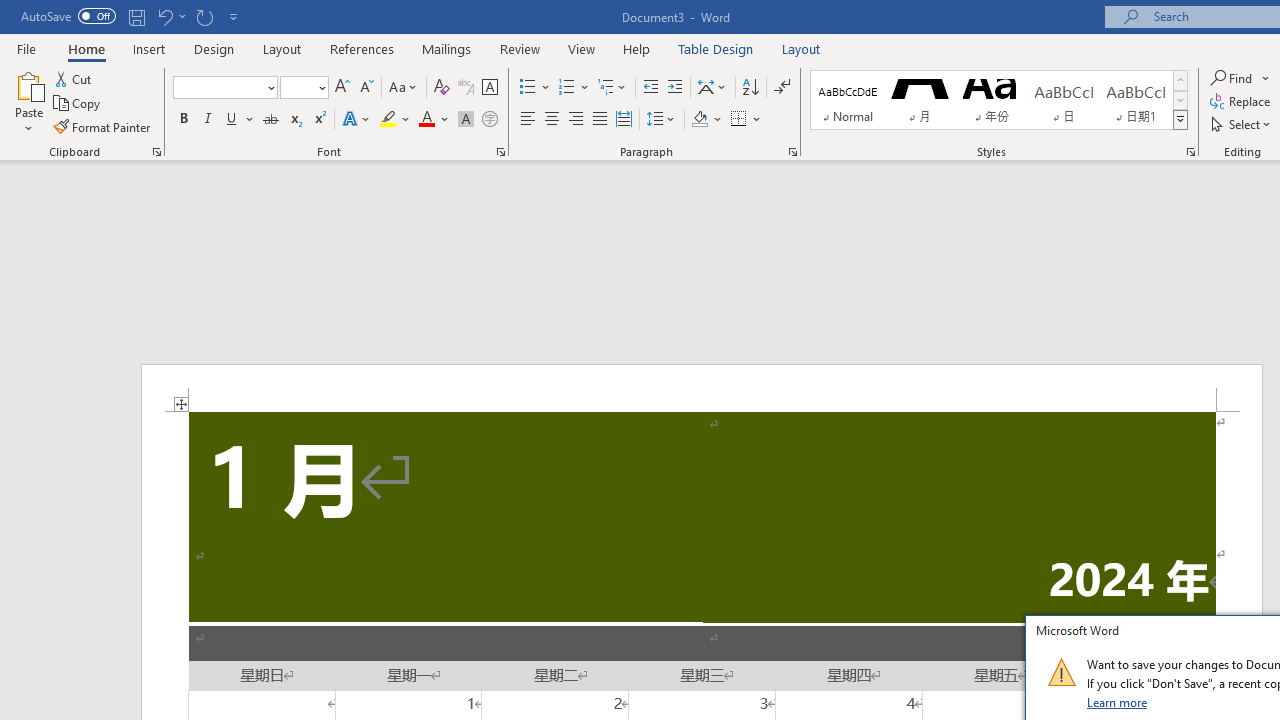  Describe the element at coordinates (501, 150) in the screenshot. I see `'Font...'` at that location.